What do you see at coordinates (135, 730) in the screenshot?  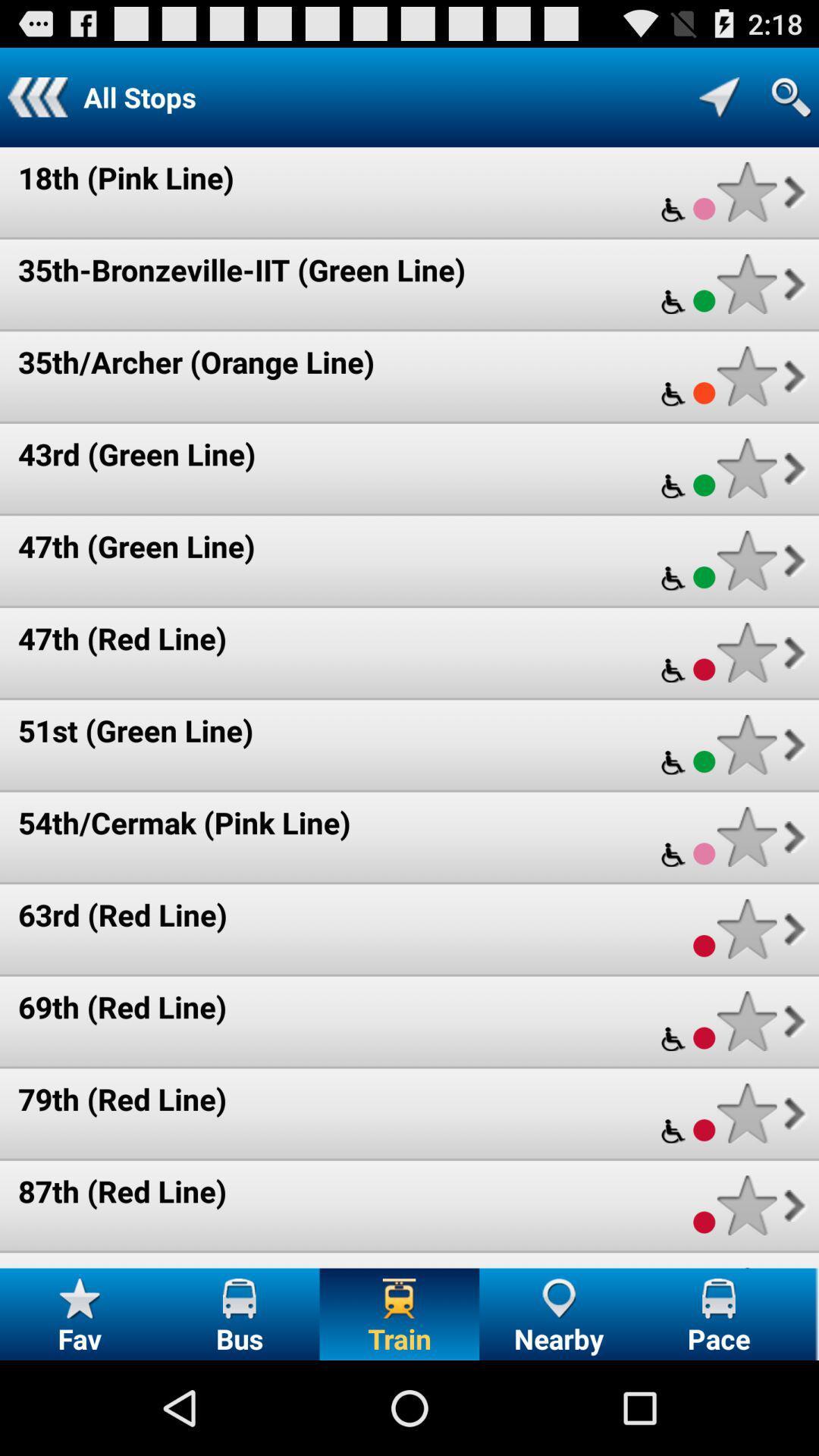 I see `the 51st (green line) app` at bounding box center [135, 730].